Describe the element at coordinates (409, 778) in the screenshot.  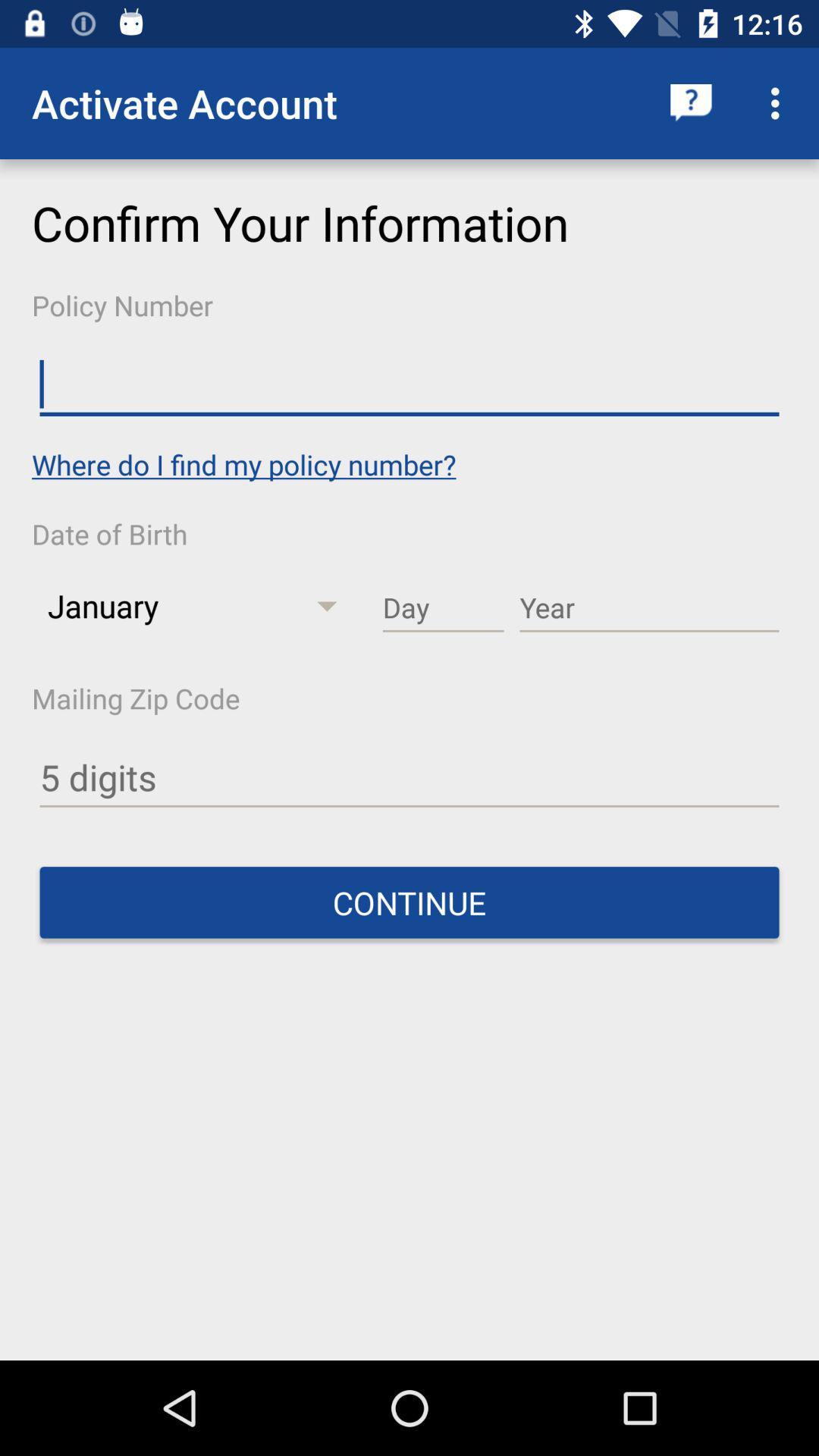
I see `zipcode` at that location.